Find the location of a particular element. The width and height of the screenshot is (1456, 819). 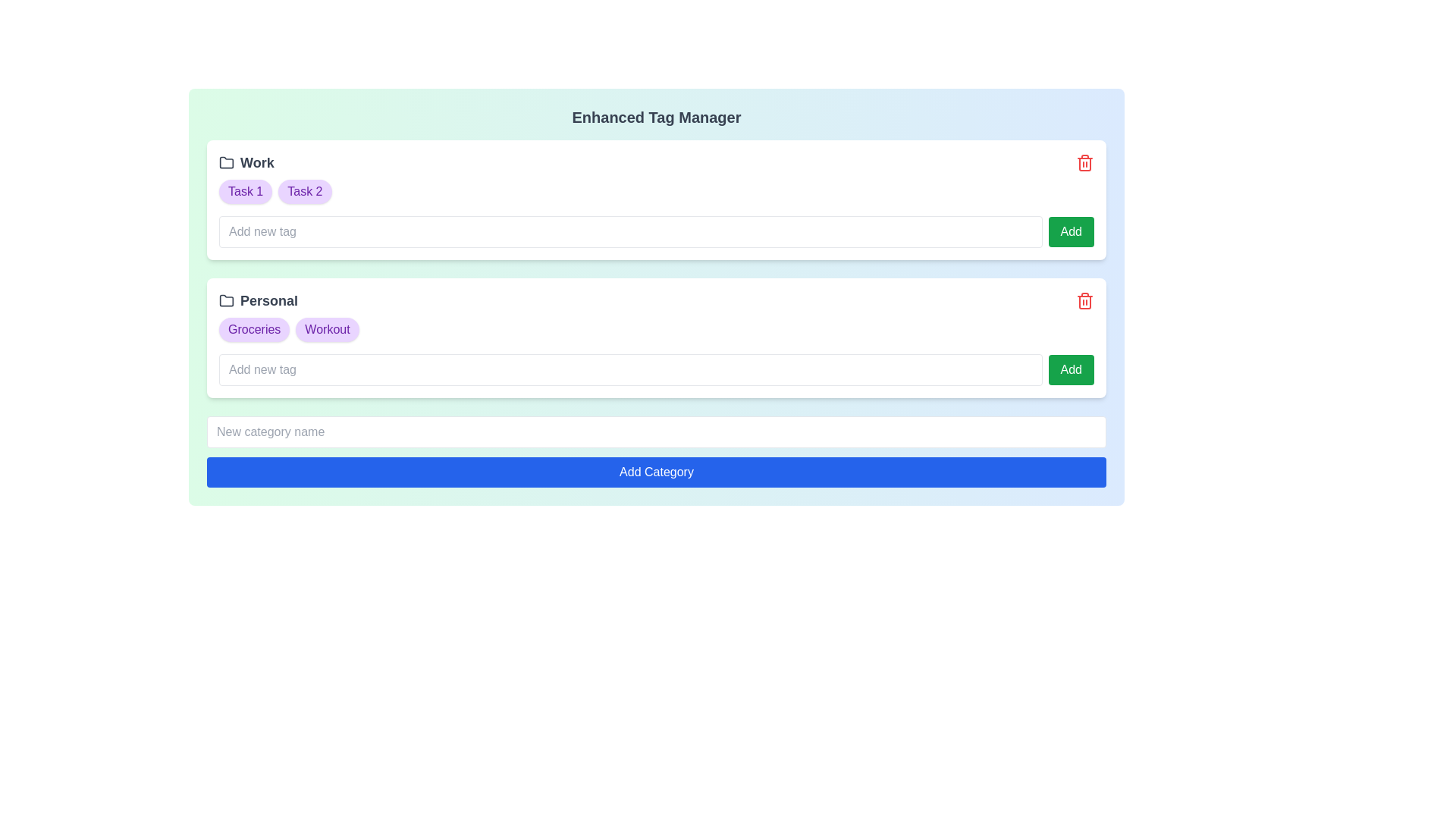

the pill-shaped label with the text 'Task 2', which has a purple background and is located in the 'Work' section beneath the 'Work' header is located at coordinates (304, 191).